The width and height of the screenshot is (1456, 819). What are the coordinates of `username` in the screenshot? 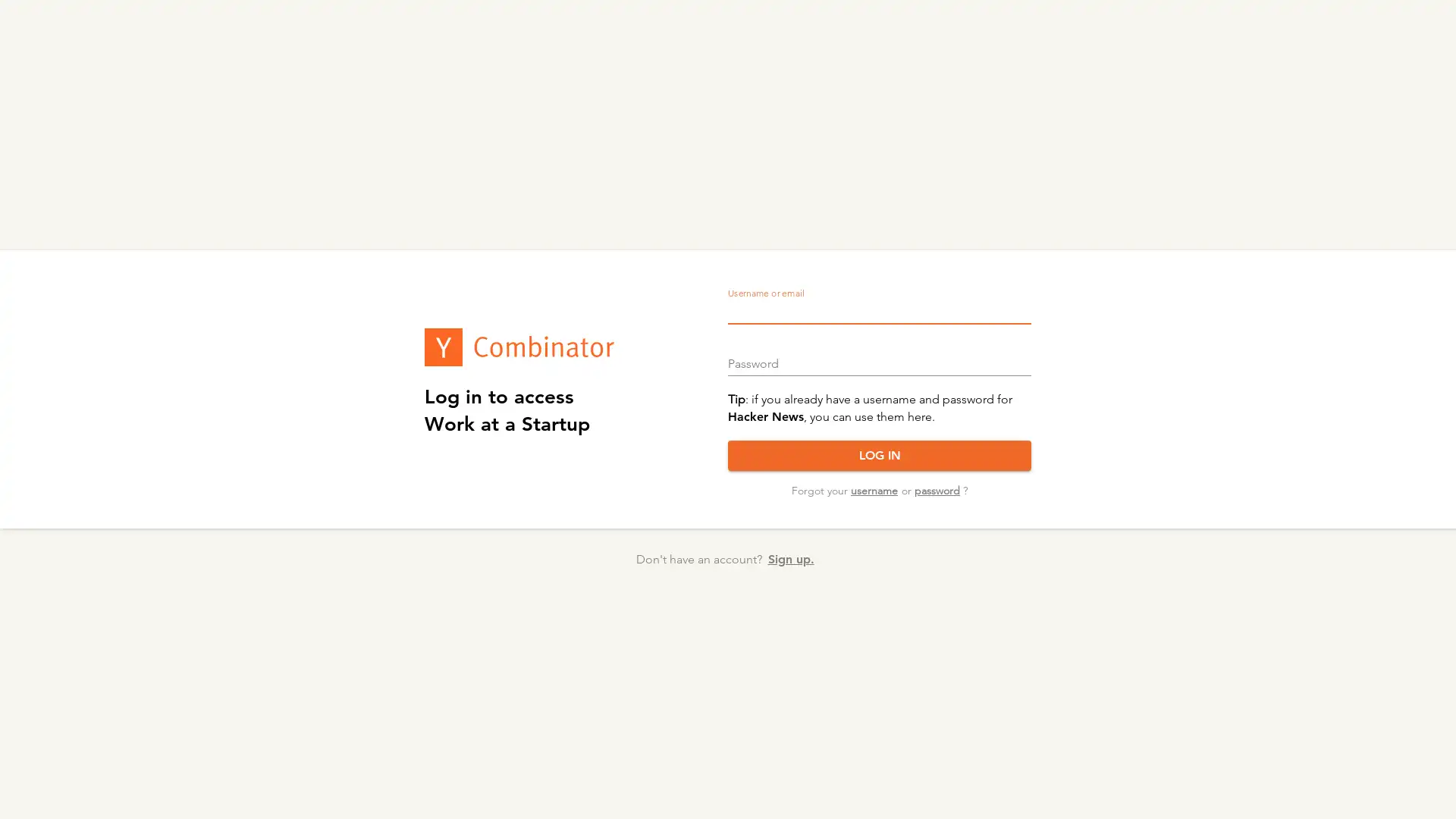 It's located at (874, 491).